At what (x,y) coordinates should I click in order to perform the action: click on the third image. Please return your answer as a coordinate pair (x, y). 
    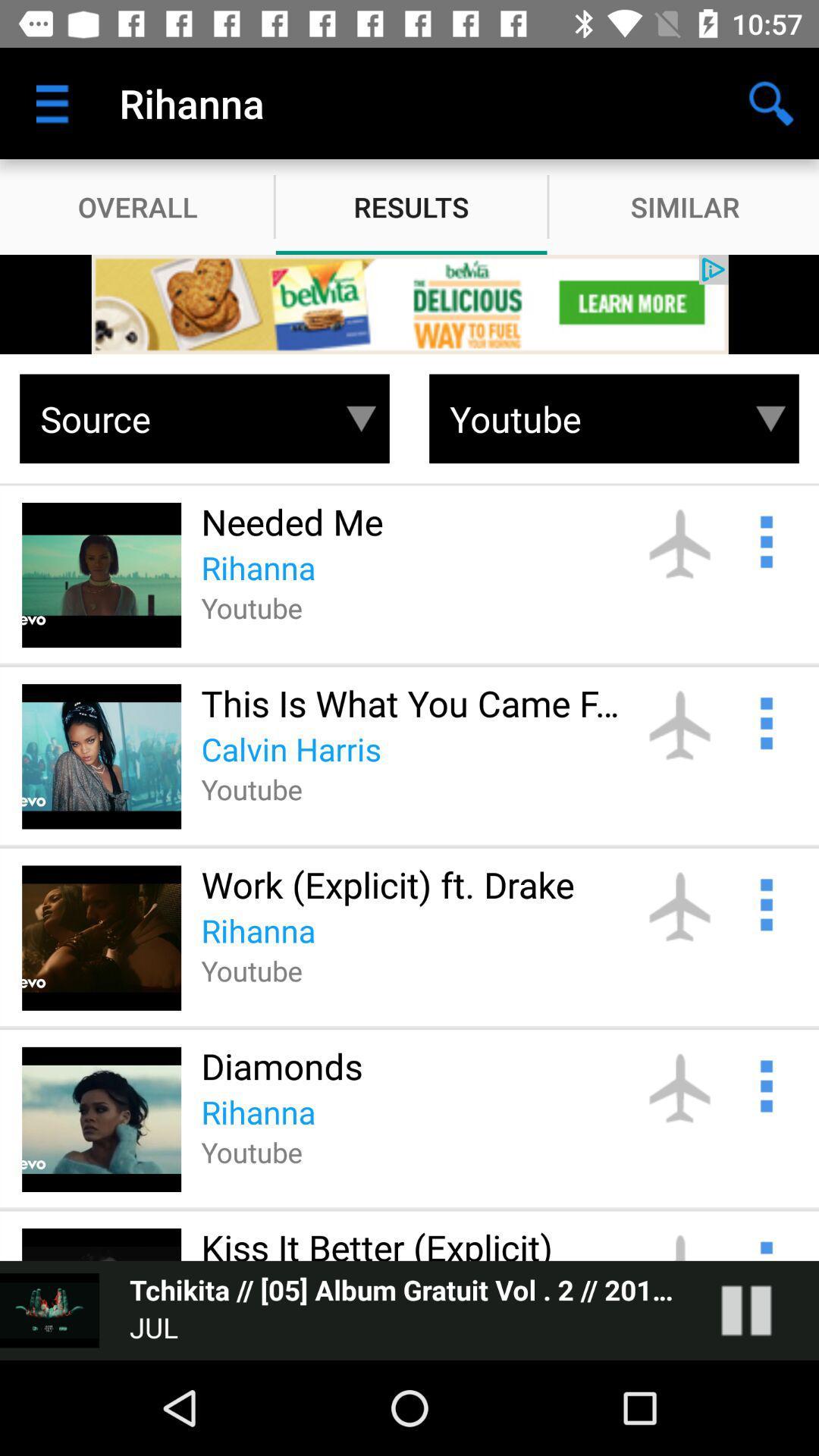
    Looking at the image, I should click on (102, 937).